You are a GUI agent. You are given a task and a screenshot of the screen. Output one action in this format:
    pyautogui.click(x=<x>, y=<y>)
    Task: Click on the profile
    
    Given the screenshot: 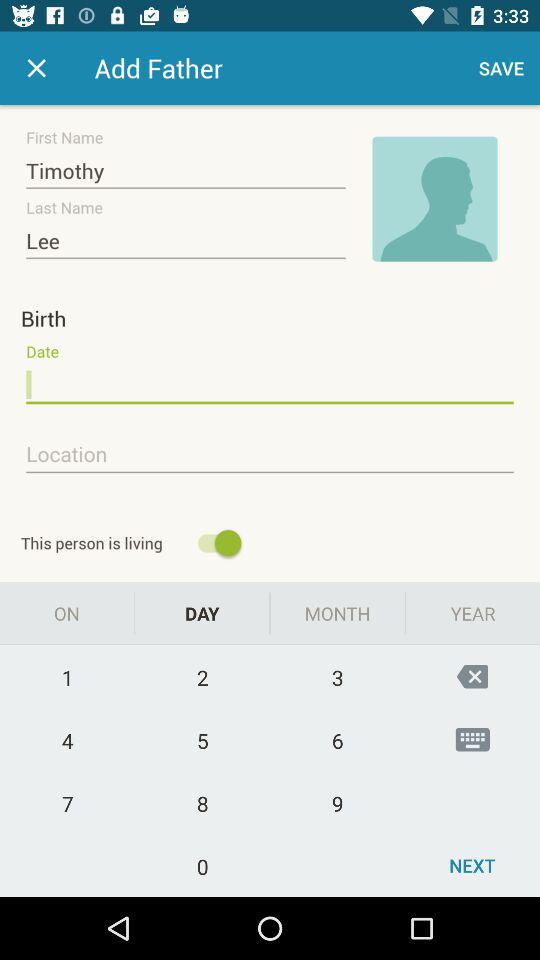 What is the action you would take?
    pyautogui.click(x=434, y=199)
    